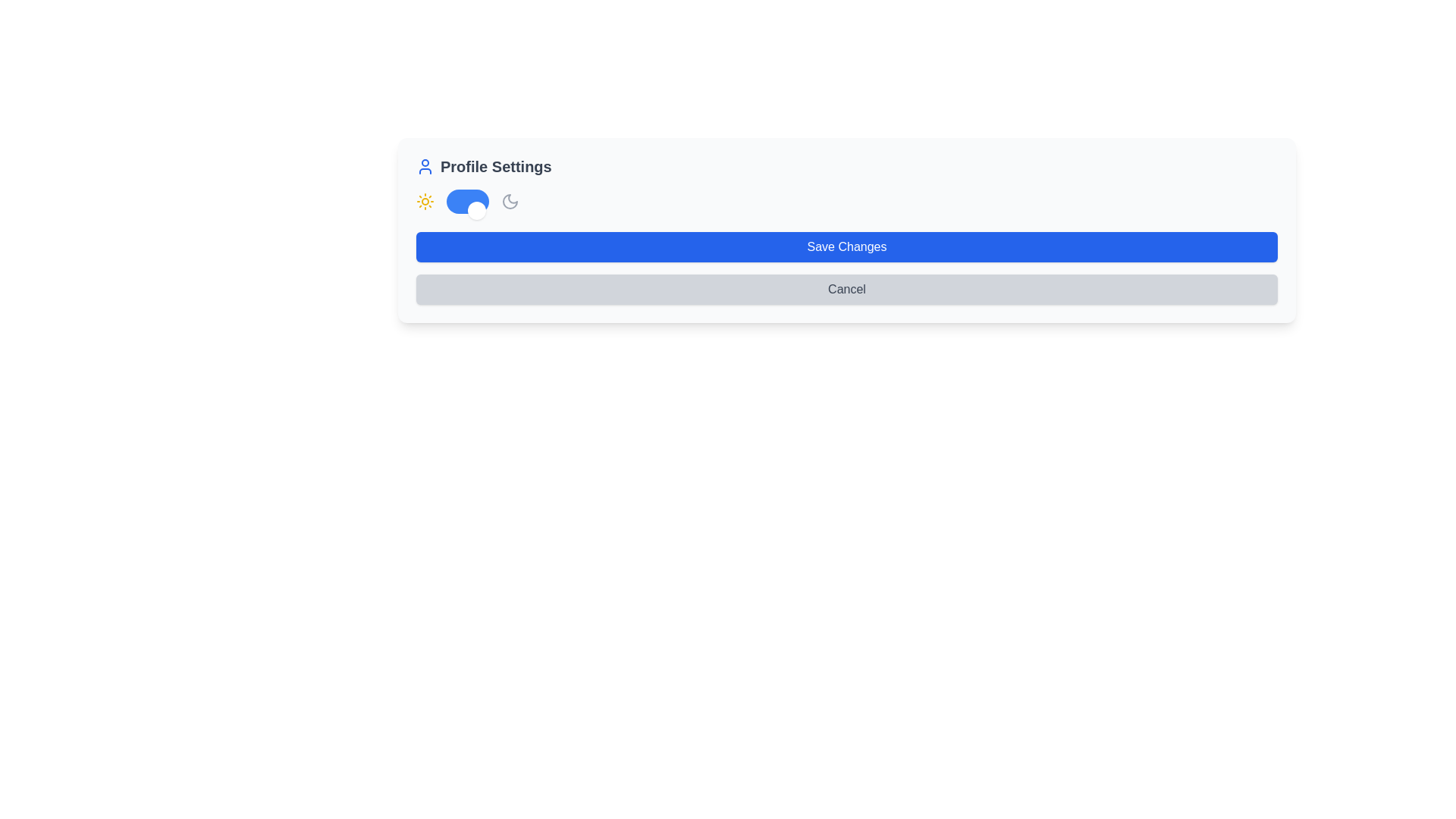  What do you see at coordinates (496, 166) in the screenshot?
I see `text label indicating profile settings located to the right of the user profile icon at the top-left of the interface` at bounding box center [496, 166].